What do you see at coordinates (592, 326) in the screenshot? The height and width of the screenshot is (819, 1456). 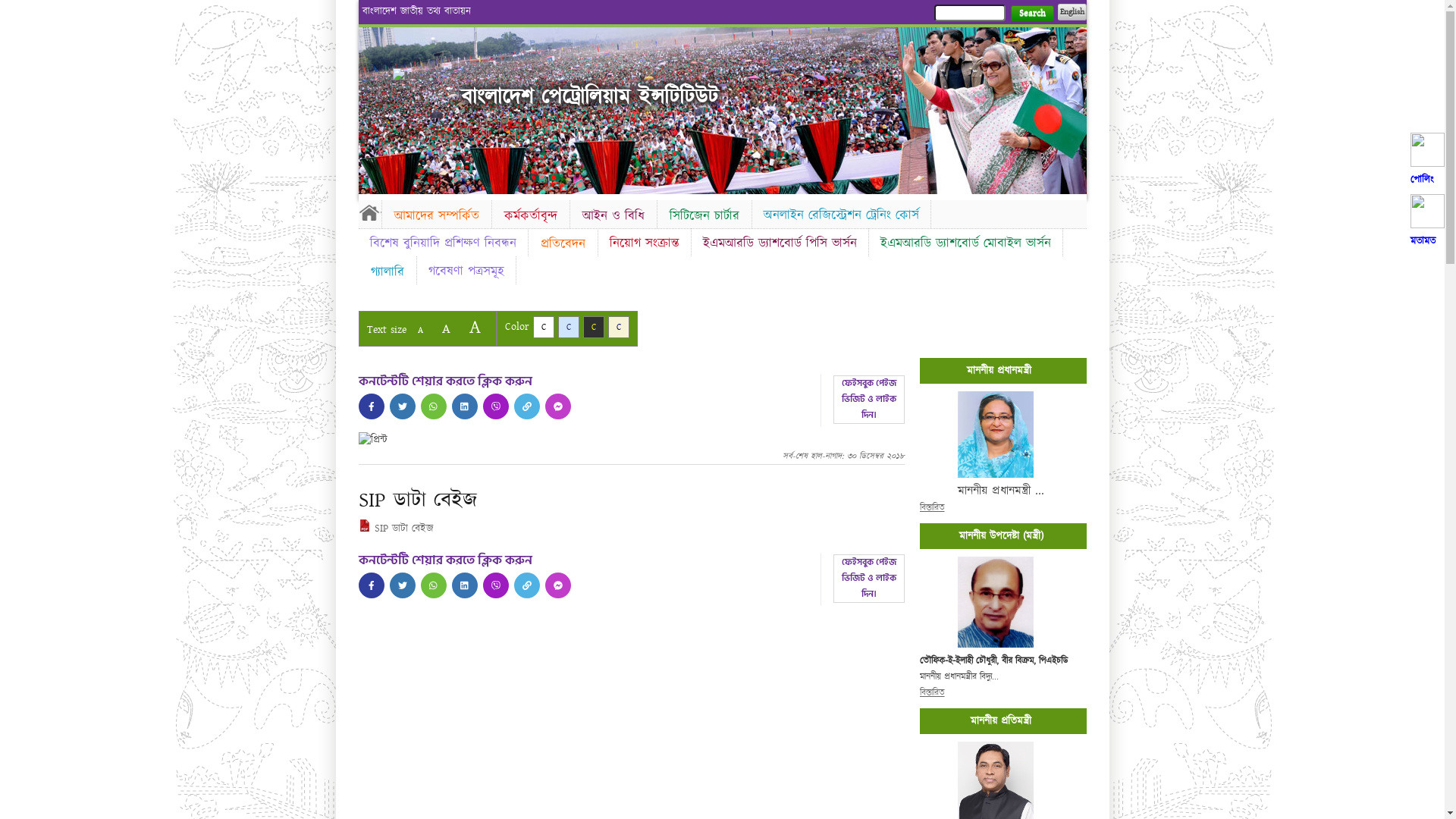 I see `'C'` at bounding box center [592, 326].